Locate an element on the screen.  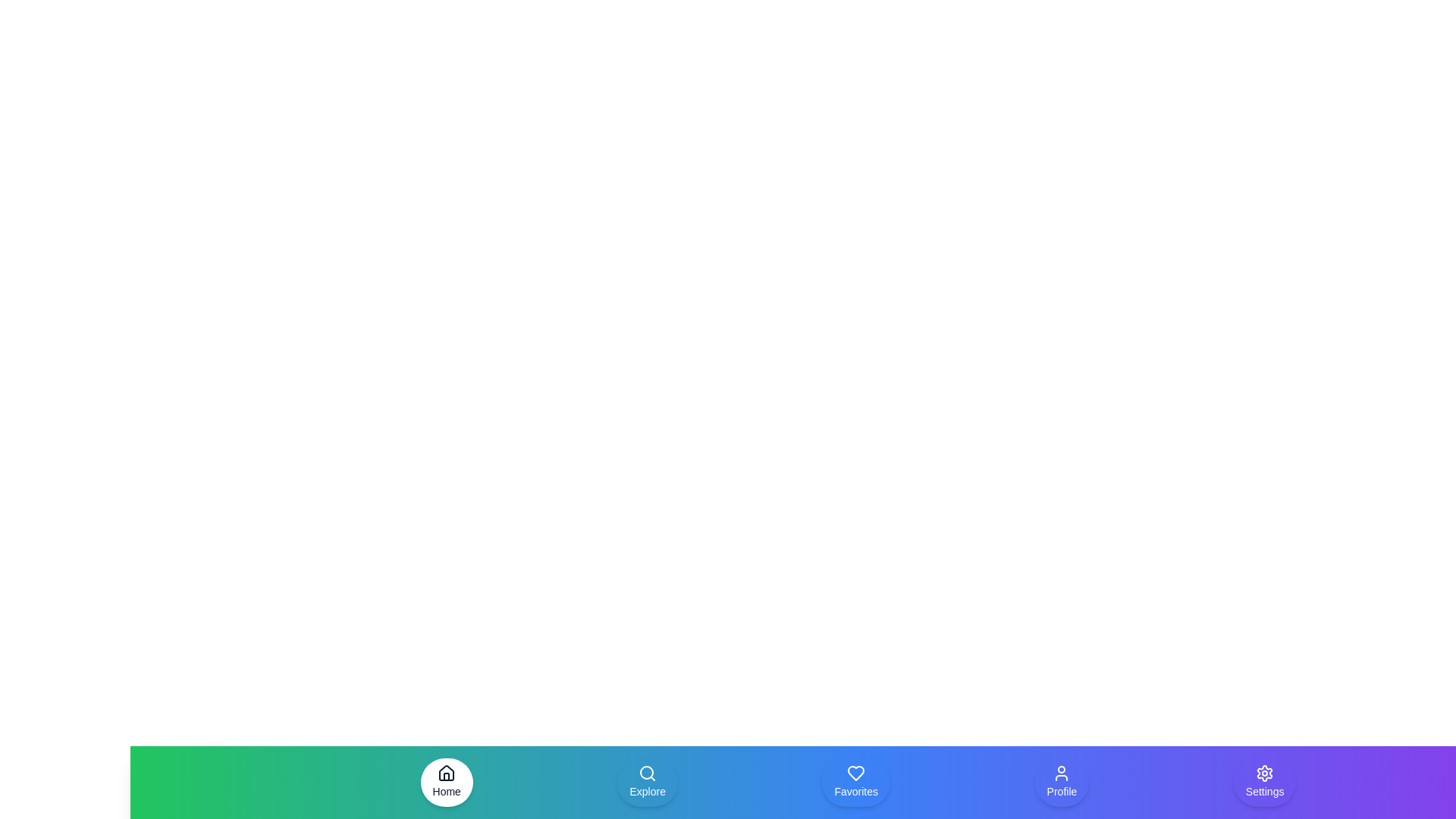
the navigation item Explore is located at coordinates (648, 783).